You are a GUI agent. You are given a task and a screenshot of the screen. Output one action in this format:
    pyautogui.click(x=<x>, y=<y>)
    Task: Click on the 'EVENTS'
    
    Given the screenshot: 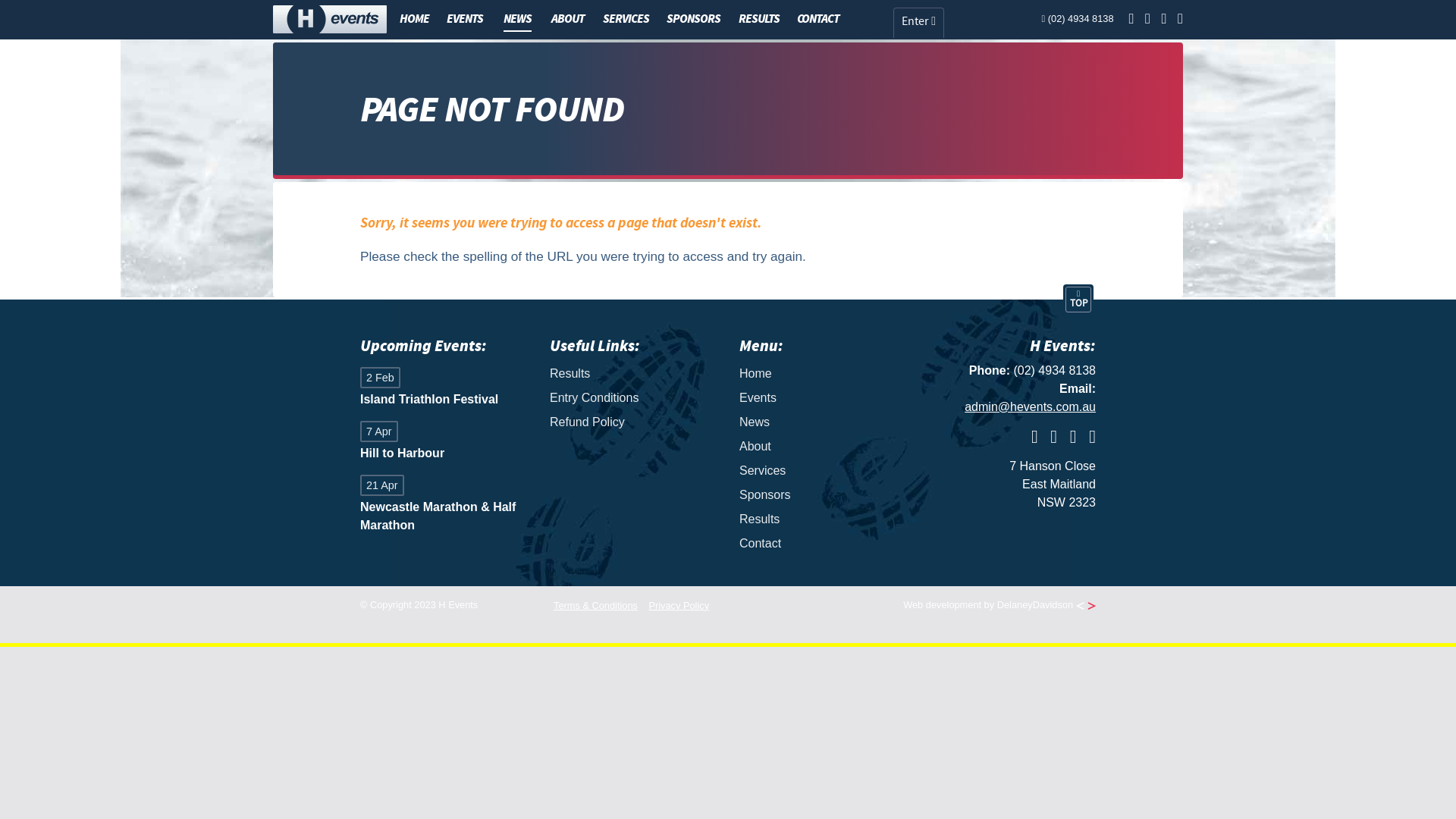 What is the action you would take?
    pyautogui.click(x=464, y=18)
    